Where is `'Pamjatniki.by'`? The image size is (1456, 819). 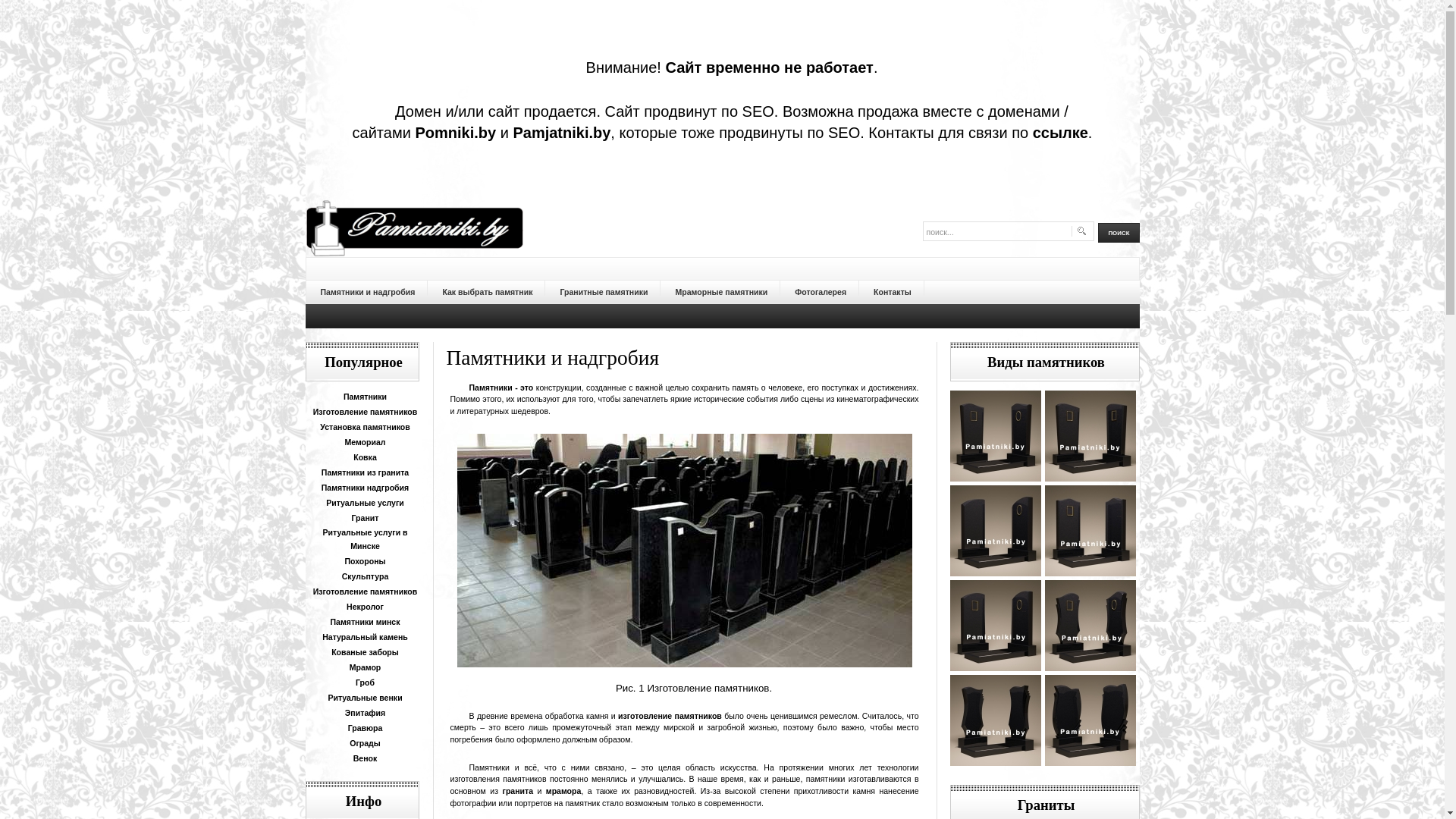
'Pamjatniki.by' is located at coordinates (560, 131).